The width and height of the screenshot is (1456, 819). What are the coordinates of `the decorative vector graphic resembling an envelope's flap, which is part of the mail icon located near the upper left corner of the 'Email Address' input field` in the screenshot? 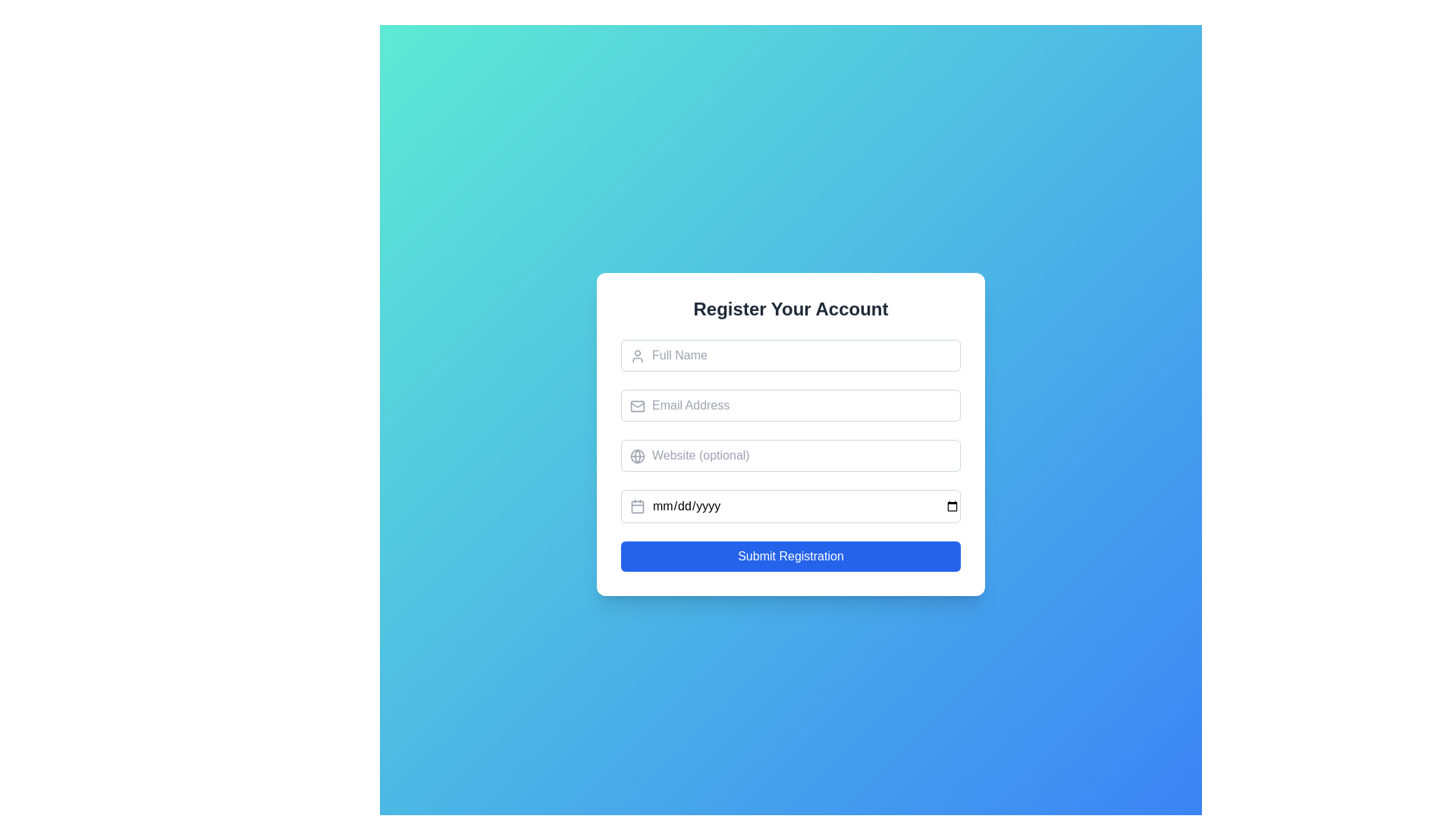 It's located at (637, 403).